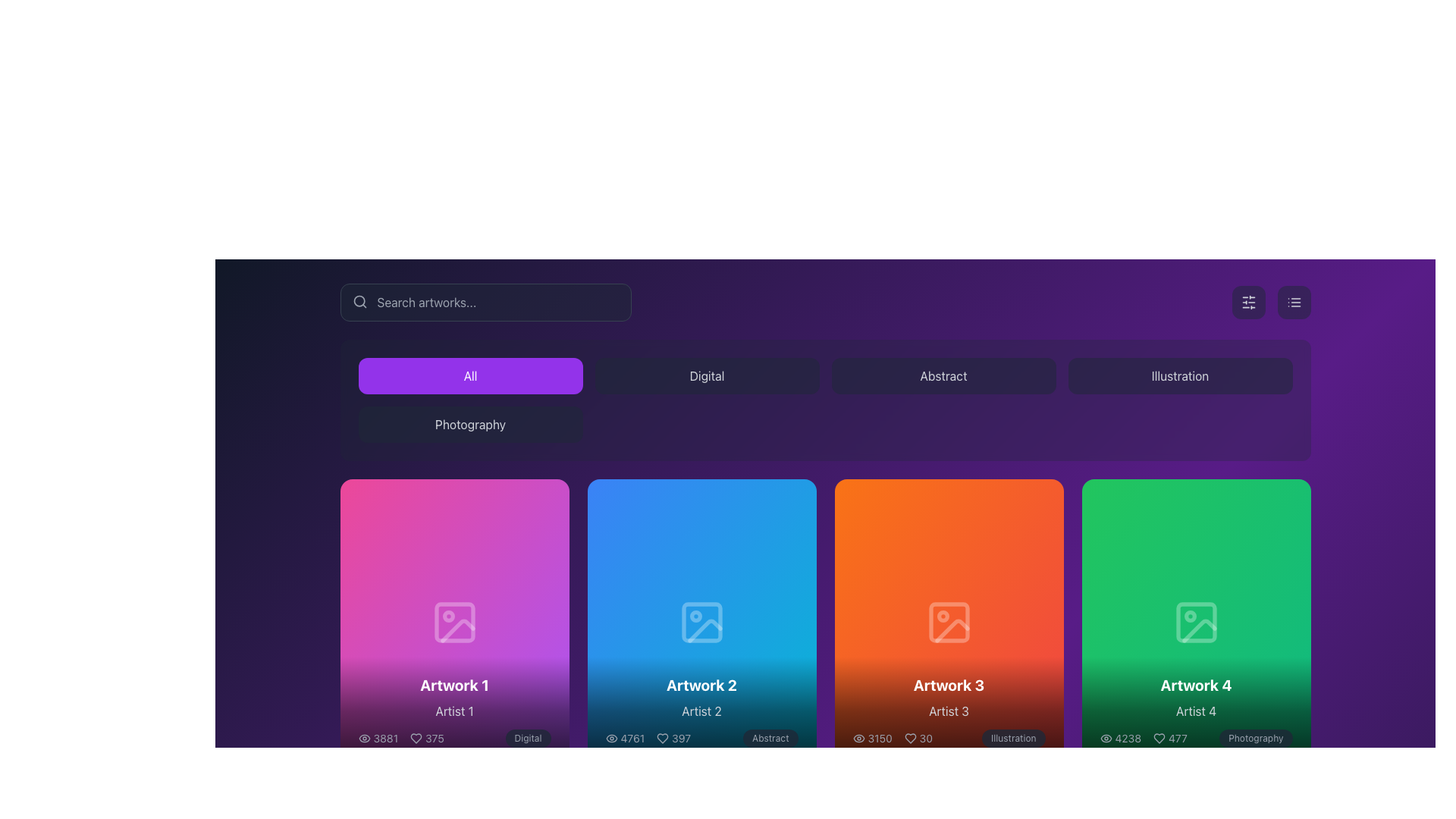 This screenshot has width=1456, height=819. I want to click on the heart icon in the statistics display element to like the associated content on the 'Artwork 2' card, so click(673, 737).